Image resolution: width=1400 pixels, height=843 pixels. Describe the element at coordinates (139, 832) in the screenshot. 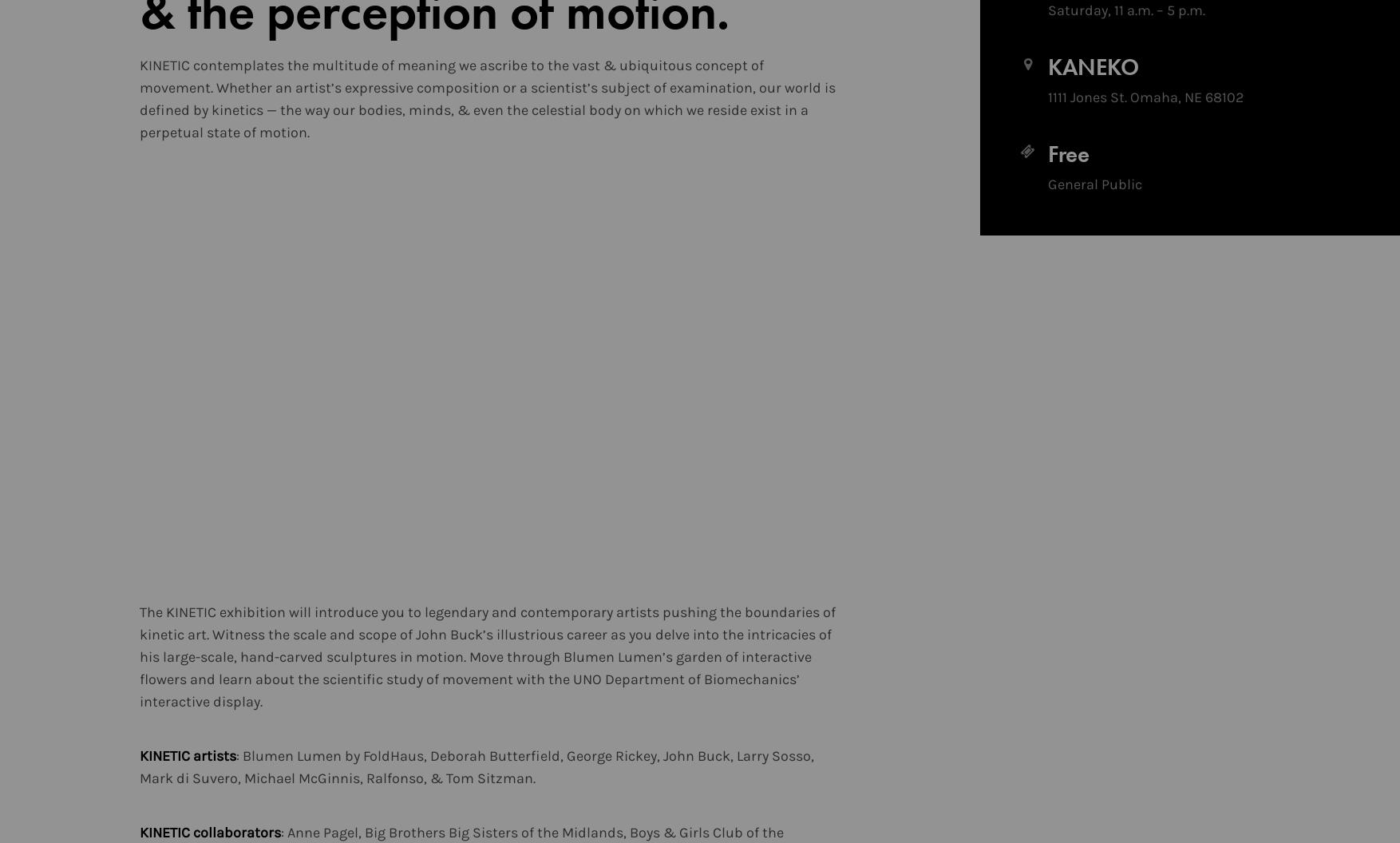

I see `'KINETIC collaborators'` at that location.